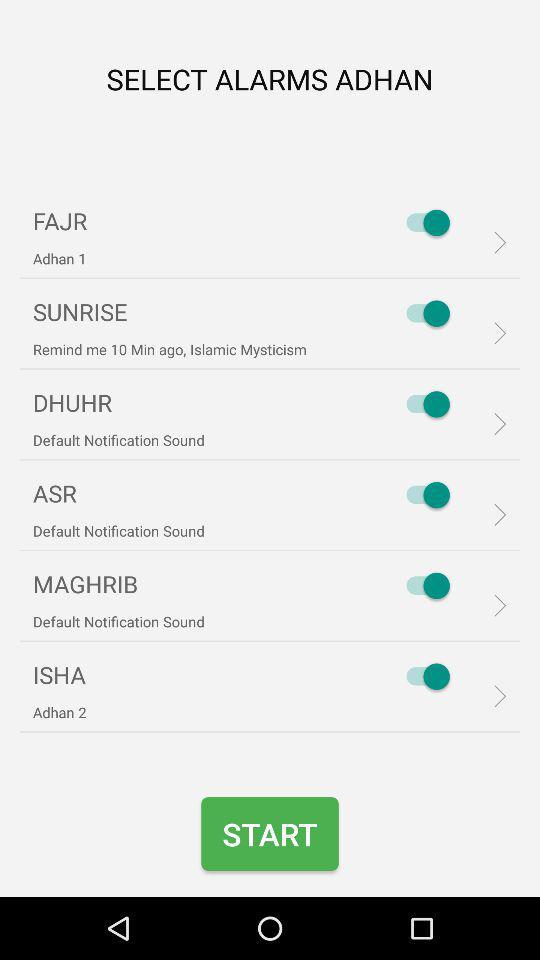  I want to click on the icon to the right of default notification sound icon, so click(422, 494).